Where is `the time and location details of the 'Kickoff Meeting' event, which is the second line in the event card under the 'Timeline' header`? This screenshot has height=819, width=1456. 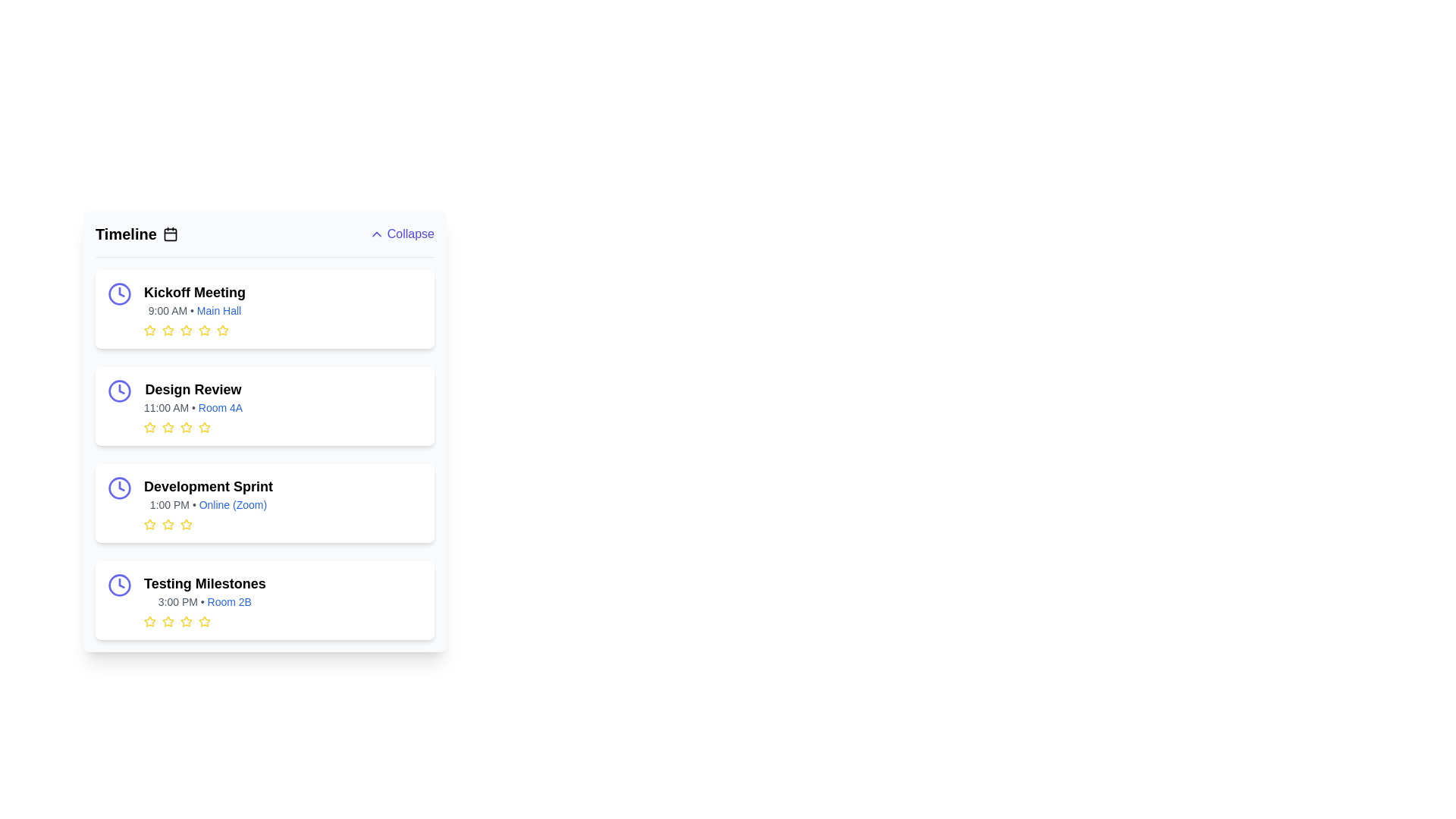 the time and location details of the 'Kickoff Meeting' event, which is the second line in the event card under the 'Timeline' header is located at coordinates (194, 309).